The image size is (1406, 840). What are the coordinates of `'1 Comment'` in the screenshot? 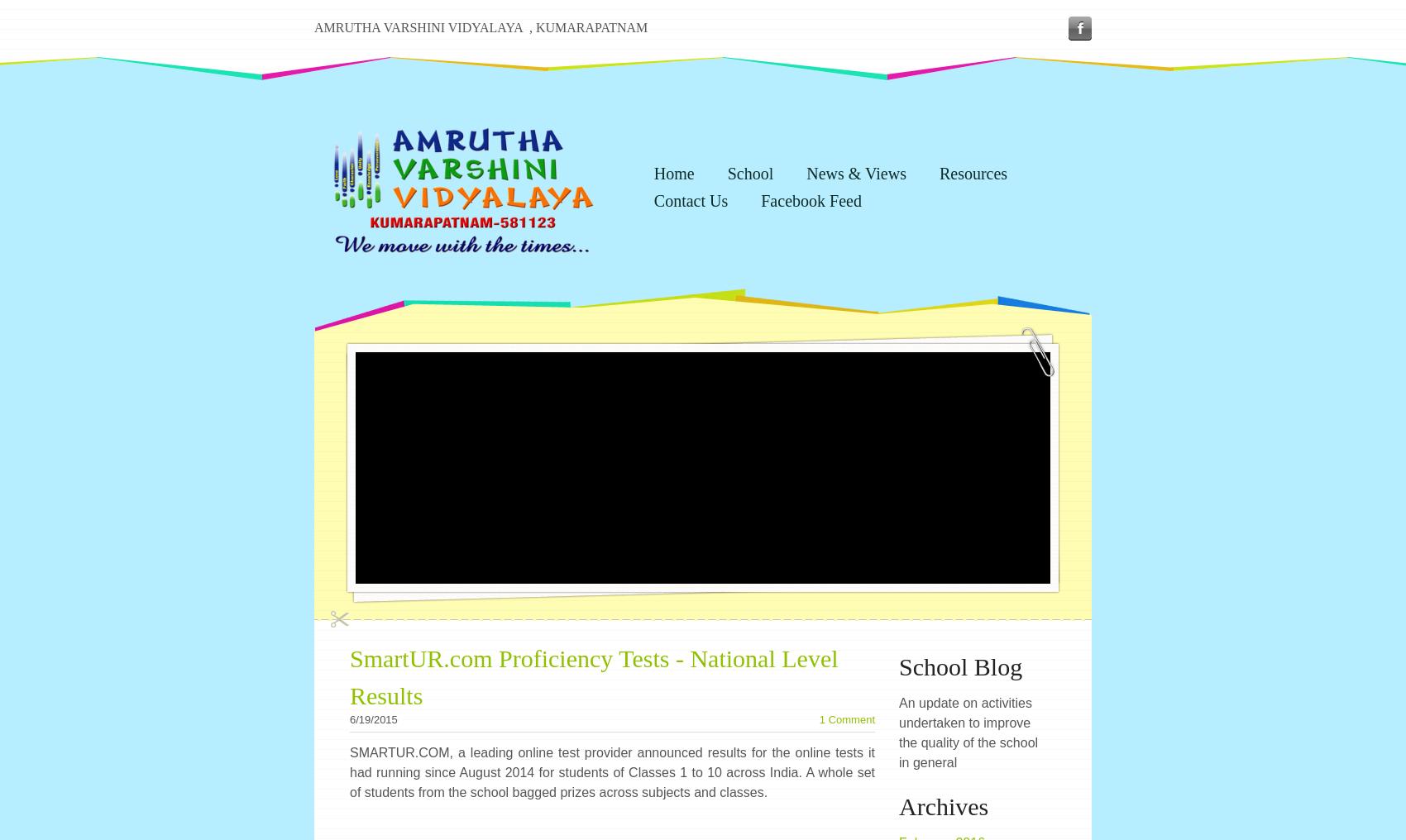 It's located at (846, 719).